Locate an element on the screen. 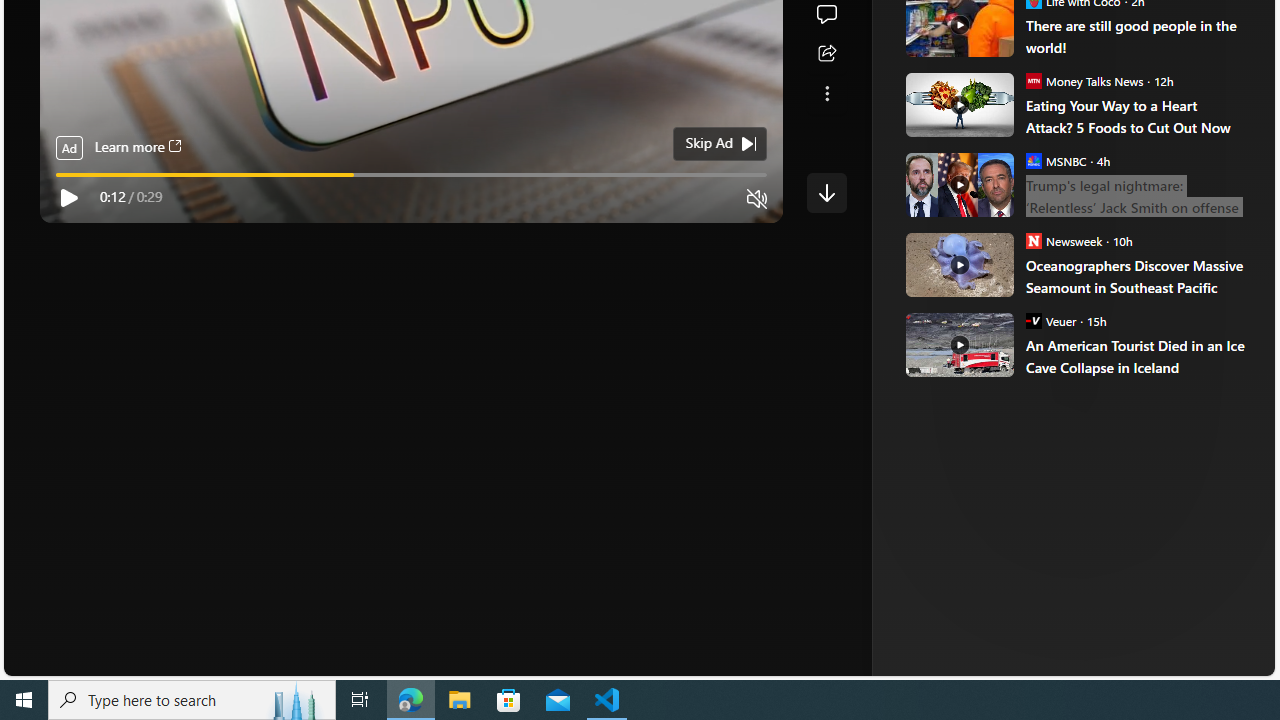 This screenshot has width=1280, height=720. 'video progress bar' is located at coordinates (410, 174).